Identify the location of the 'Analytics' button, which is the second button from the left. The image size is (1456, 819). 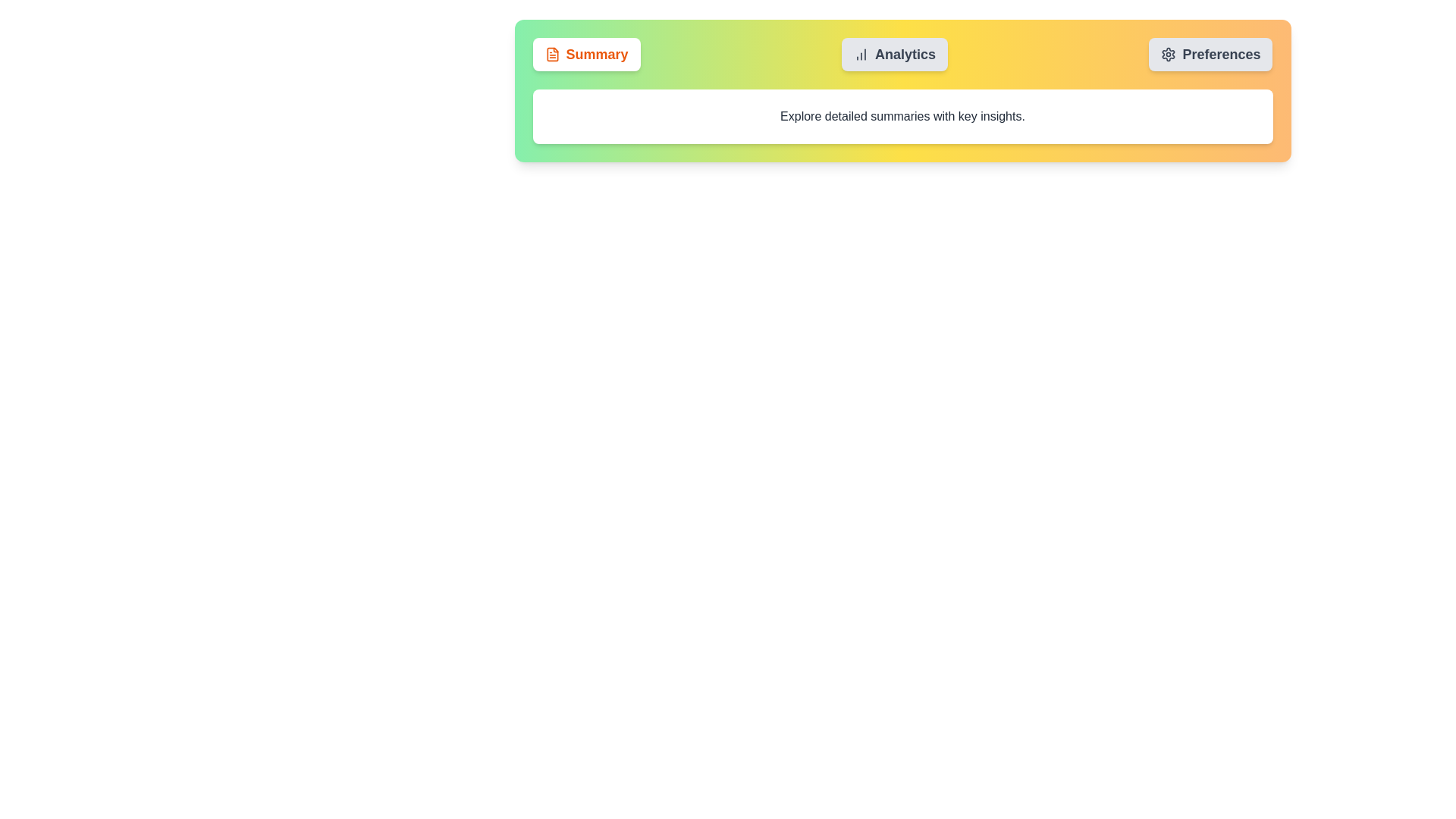
(902, 54).